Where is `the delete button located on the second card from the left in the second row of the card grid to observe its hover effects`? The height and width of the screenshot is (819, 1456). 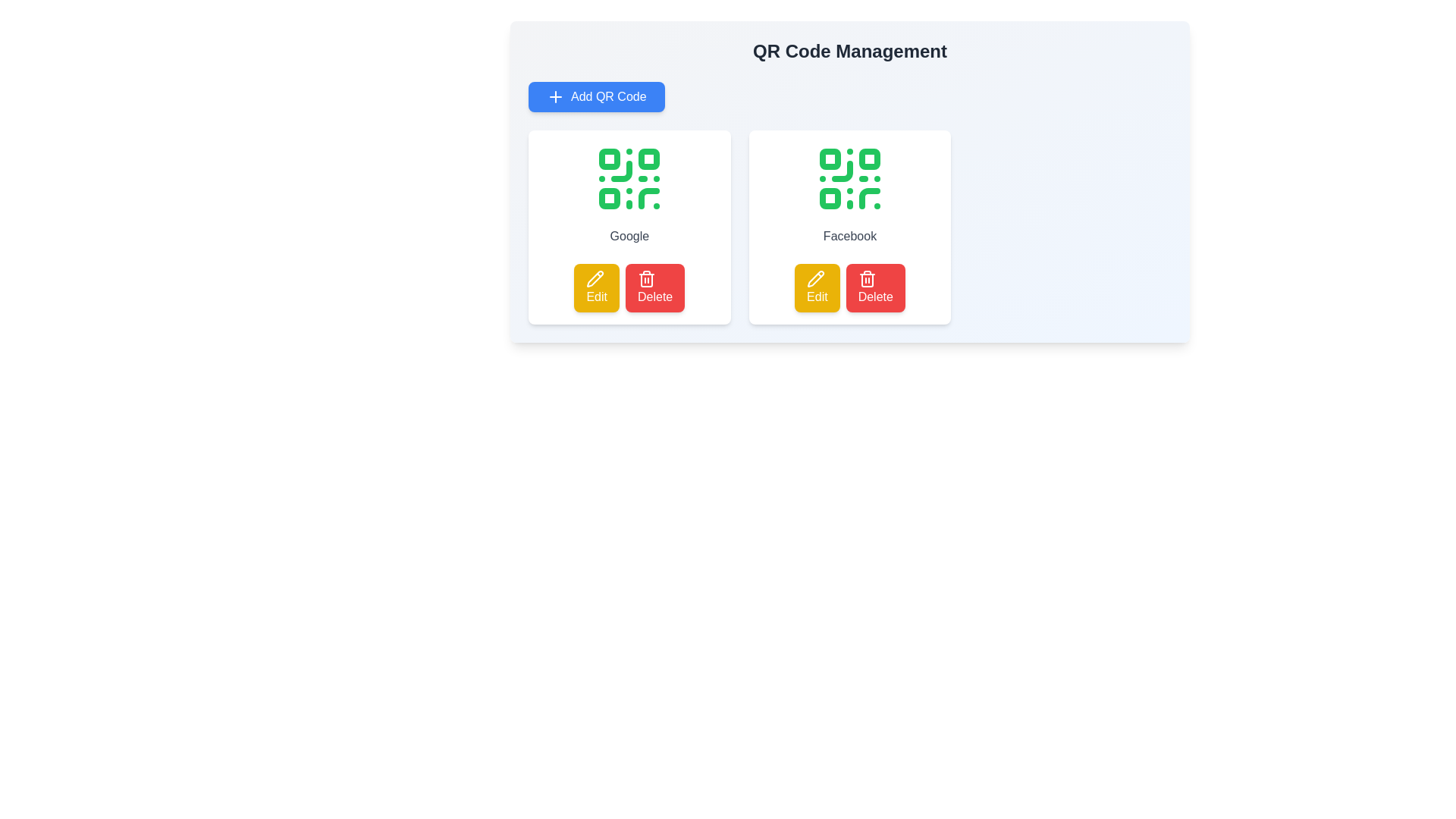
the delete button located on the second card from the left in the second row of the card grid to observe its hover effects is located at coordinates (875, 288).